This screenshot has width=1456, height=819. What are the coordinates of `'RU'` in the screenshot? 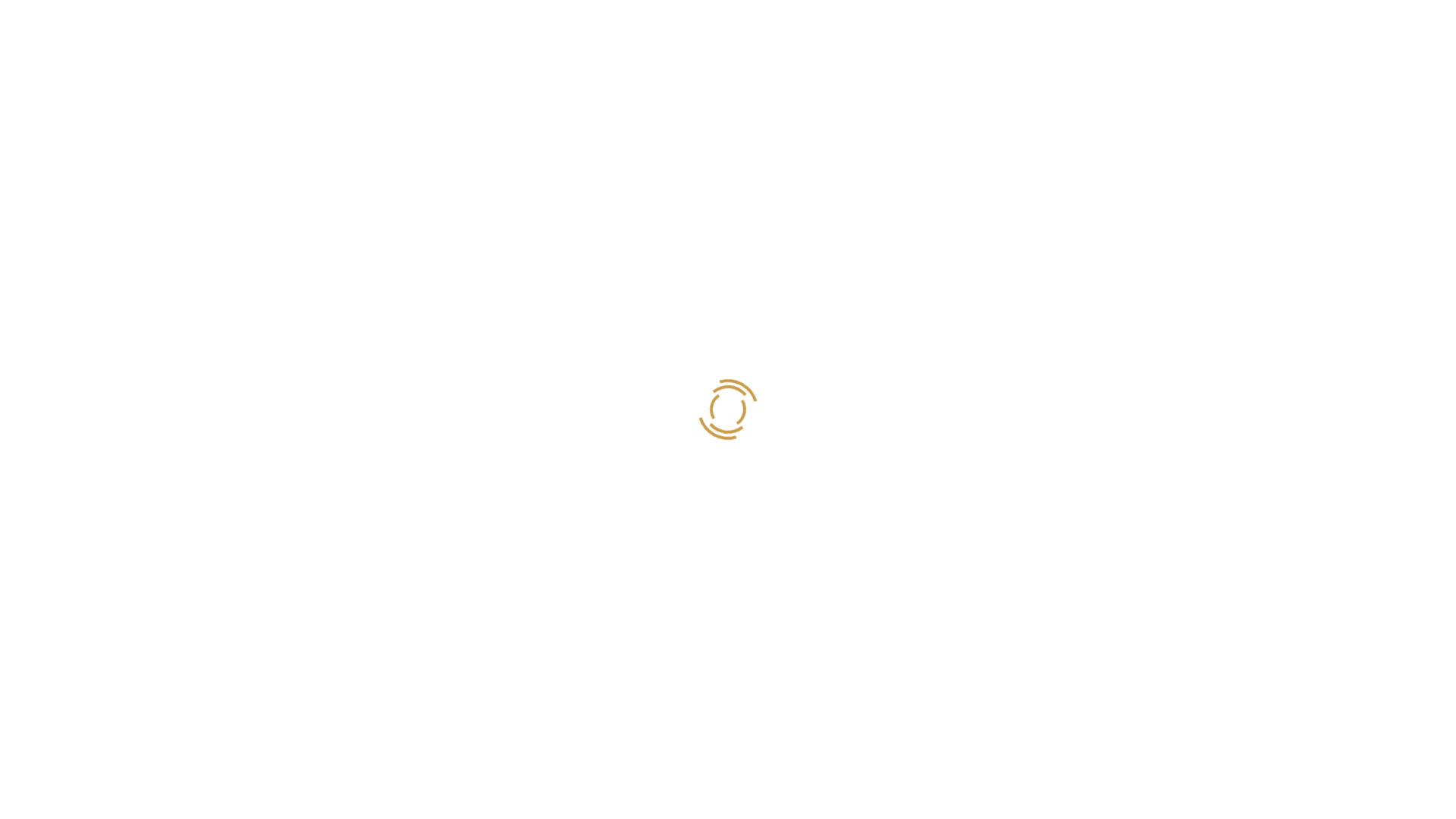 It's located at (1391, 25).